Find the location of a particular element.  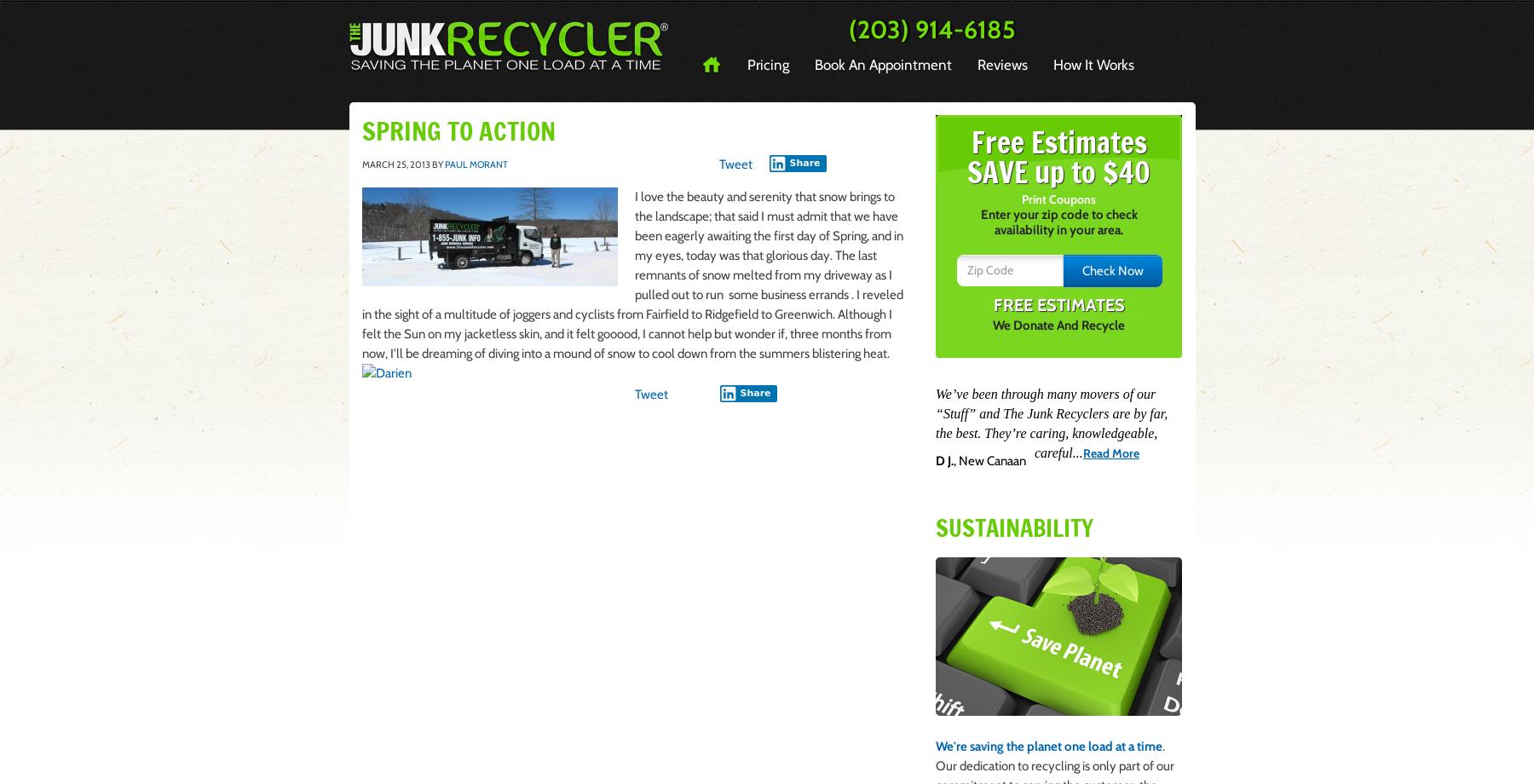

'Enter your zip code to check 
availability in your area.' is located at coordinates (1058, 222).